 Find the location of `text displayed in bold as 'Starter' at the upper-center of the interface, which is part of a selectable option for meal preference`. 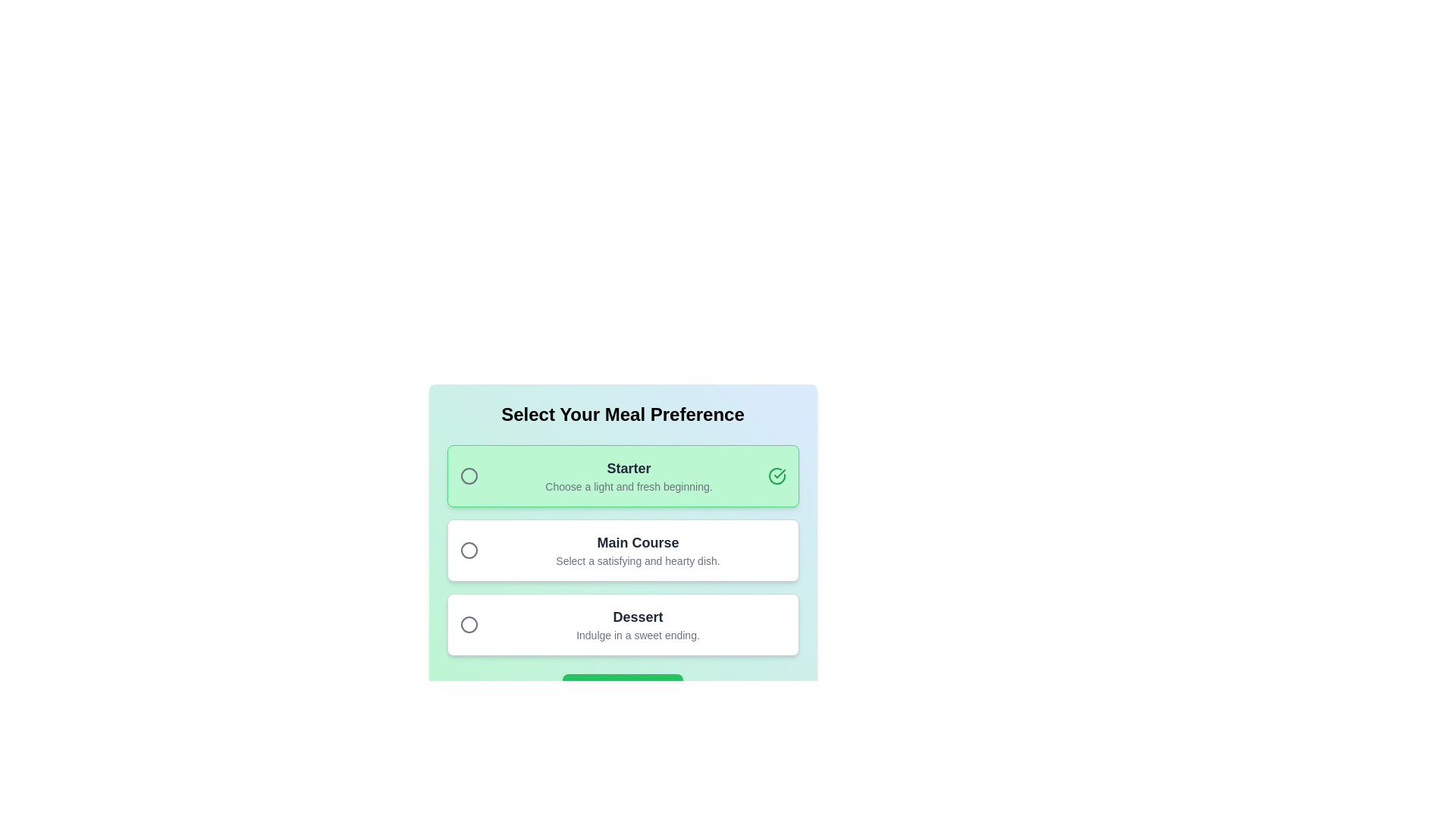

text displayed in bold as 'Starter' at the upper-center of the interface, which is part of a selectable option for meal preference is located at coordinates (629, 467).